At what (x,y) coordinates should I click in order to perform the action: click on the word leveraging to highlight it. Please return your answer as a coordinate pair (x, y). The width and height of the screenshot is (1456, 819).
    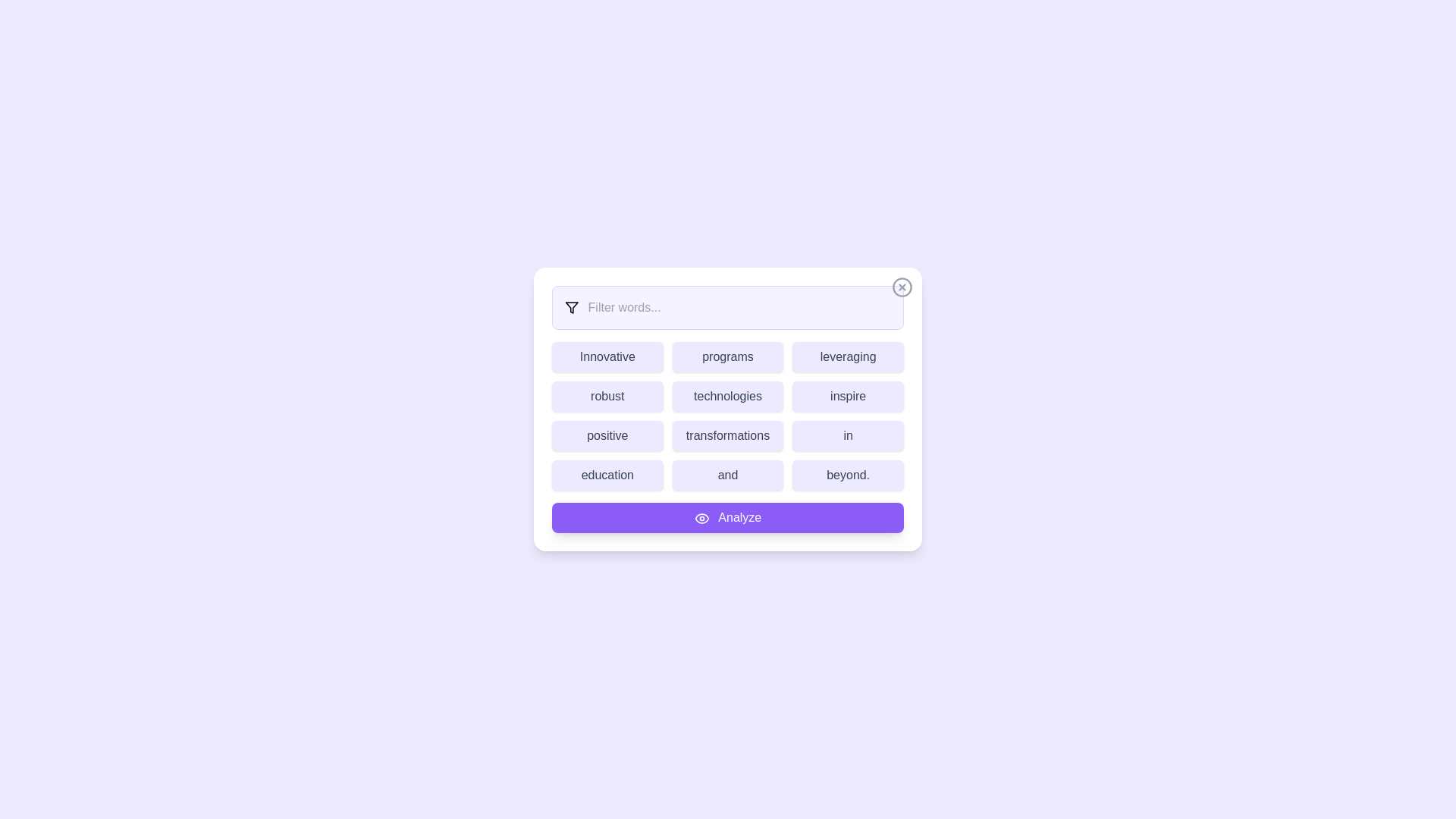
    Looking at the image, I should click on (847, 356).